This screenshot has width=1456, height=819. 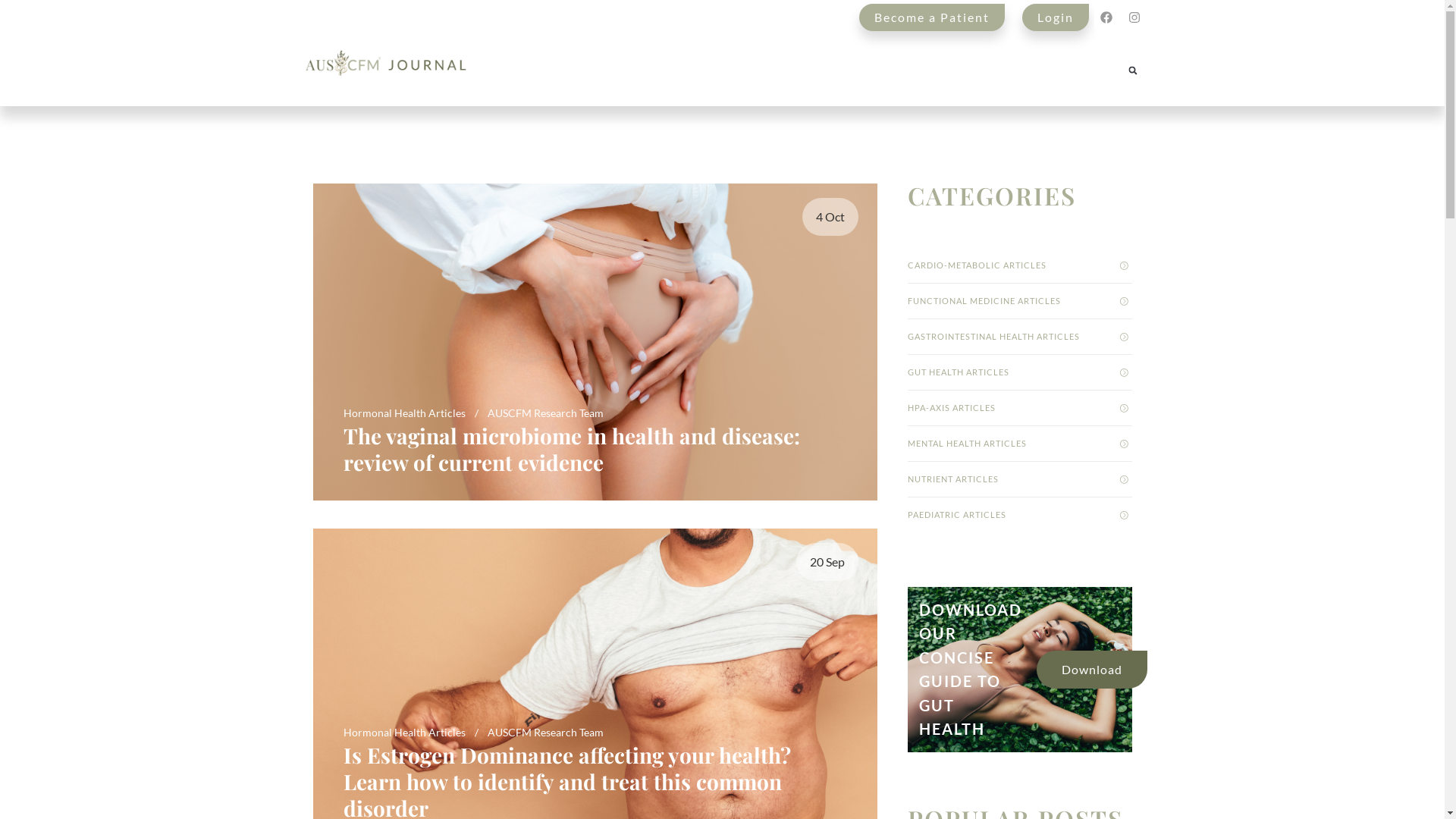 I want to click on 'MENTAL HEALTH ARTICLES', so click(x=1019, y=444).